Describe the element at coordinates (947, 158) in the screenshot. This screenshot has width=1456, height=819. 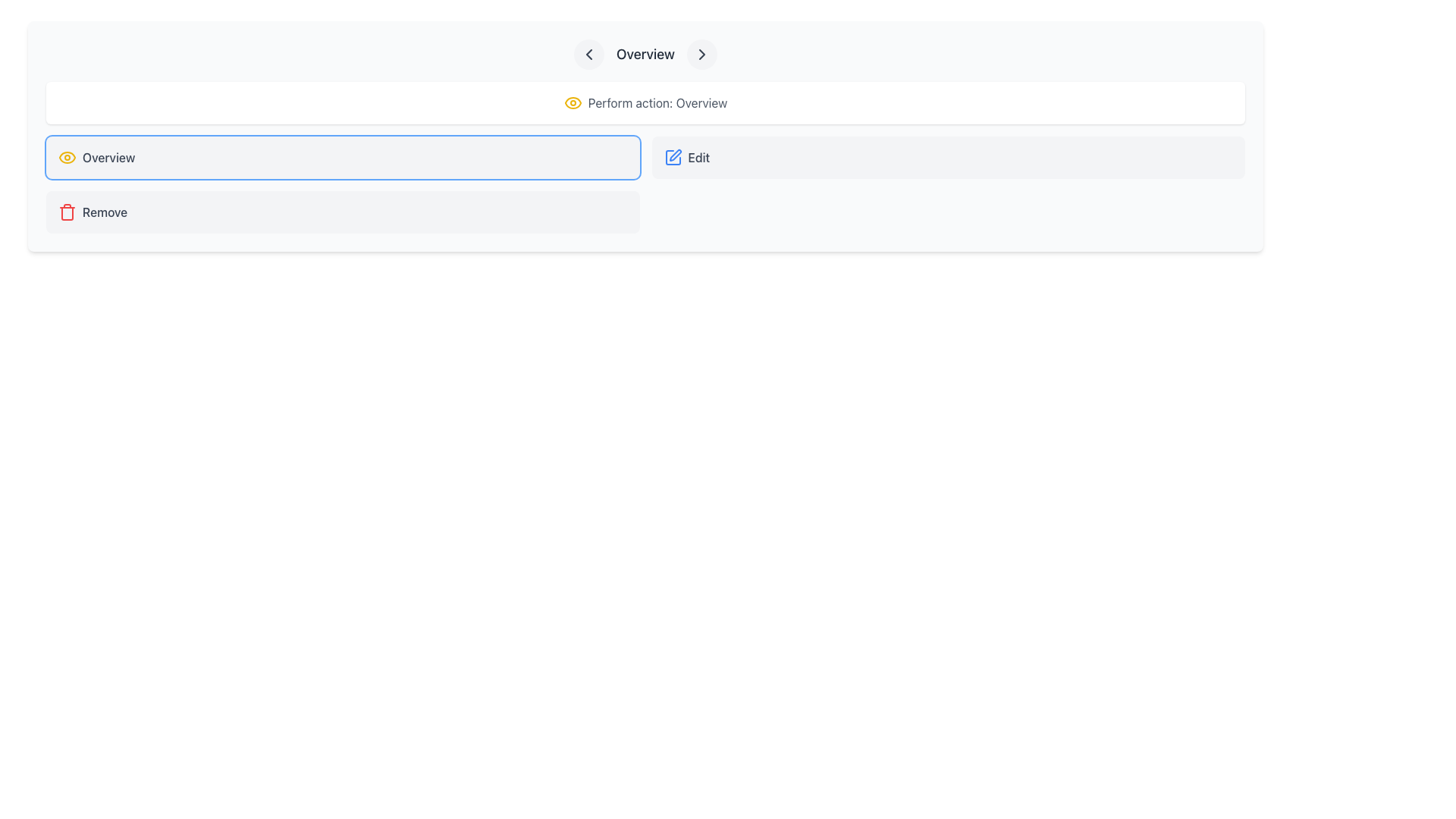
I see `keyboard navigation` at that location.